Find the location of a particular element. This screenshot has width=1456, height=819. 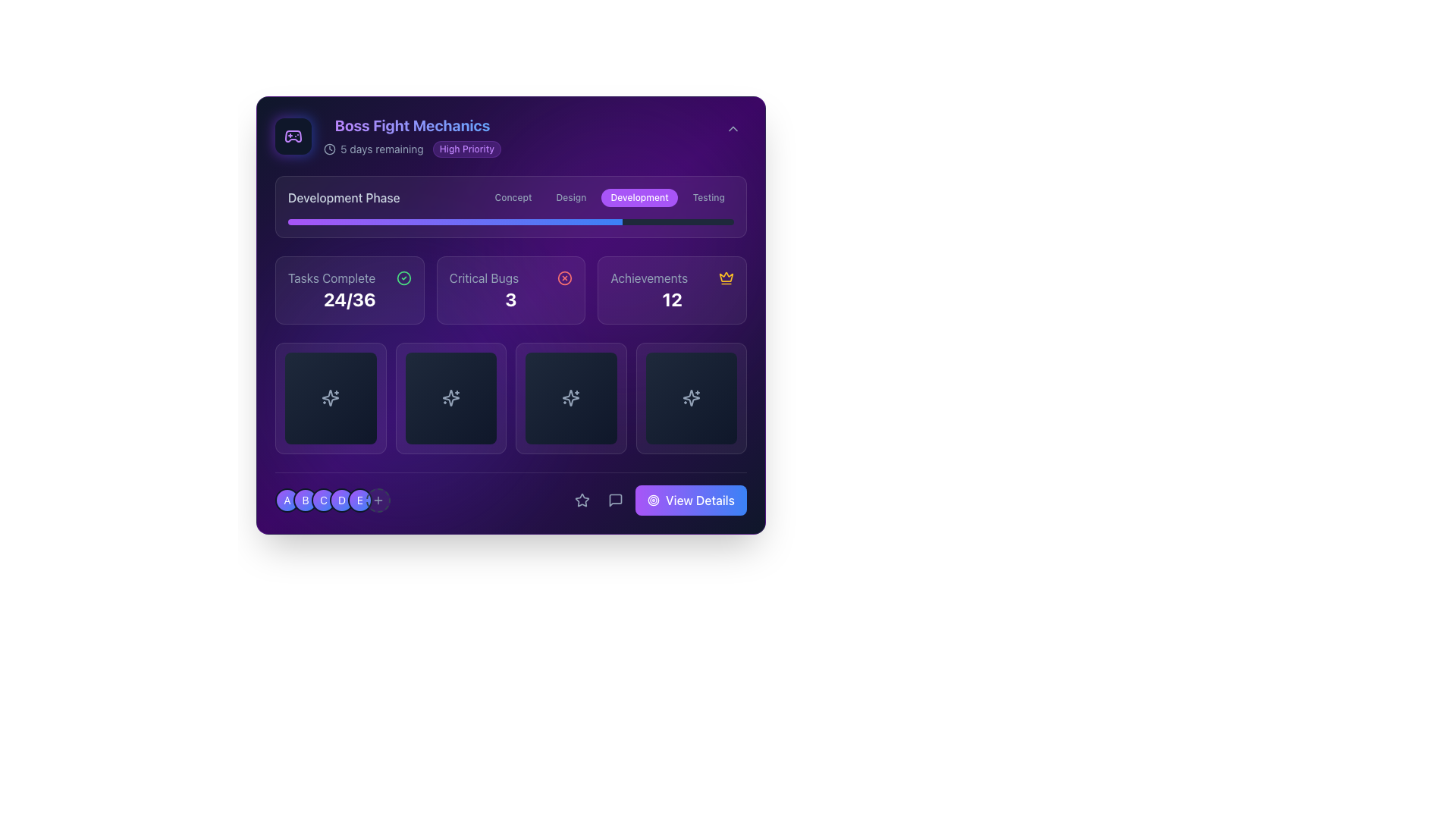

the critical bugs summary card, which is the second card in a row of three cards in a grid layout, located between the 'Tasks Complete' card and the 'Achievements' card is located at coordinates (510, 290).